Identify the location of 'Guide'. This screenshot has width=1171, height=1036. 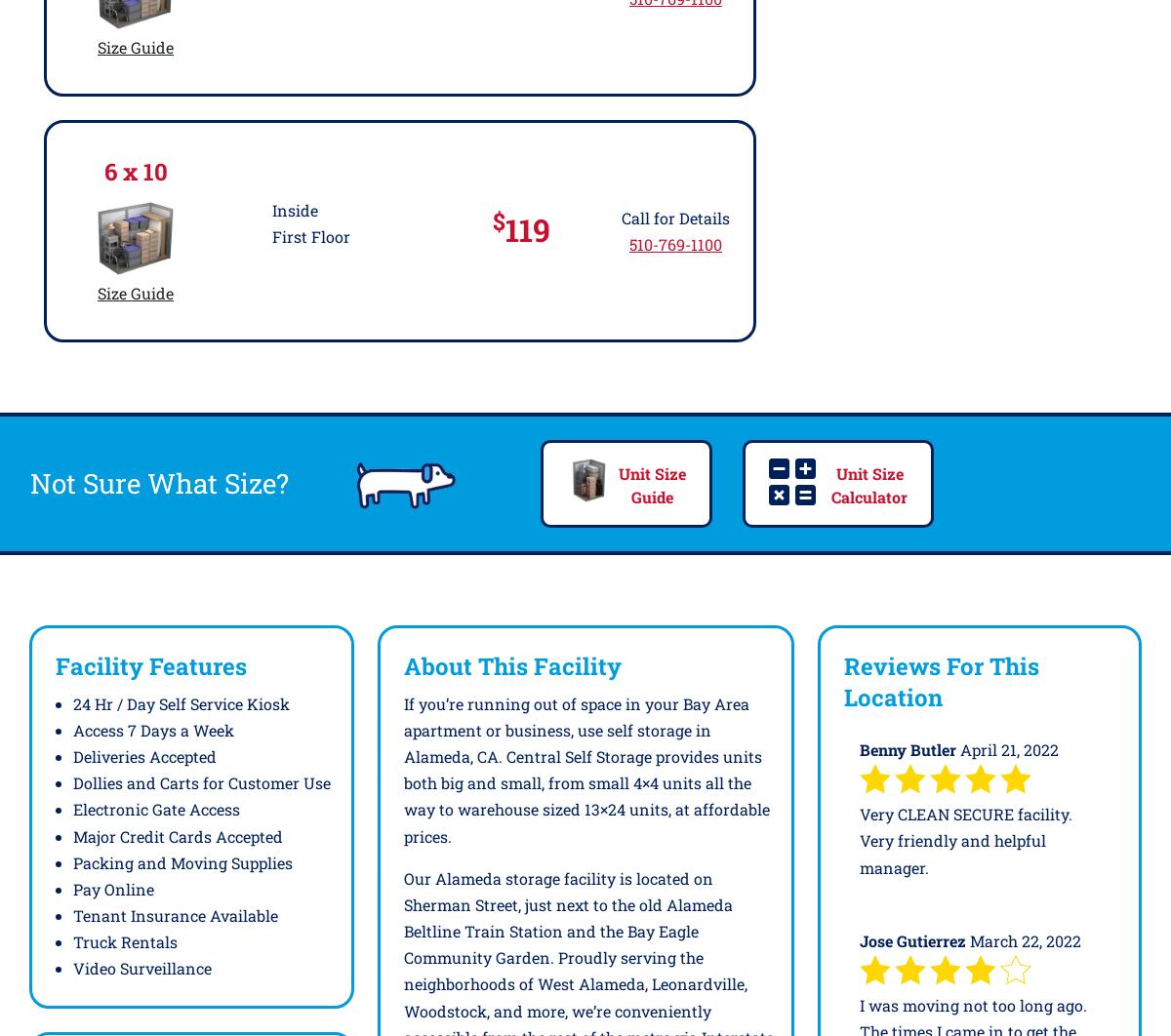
(652, 496).